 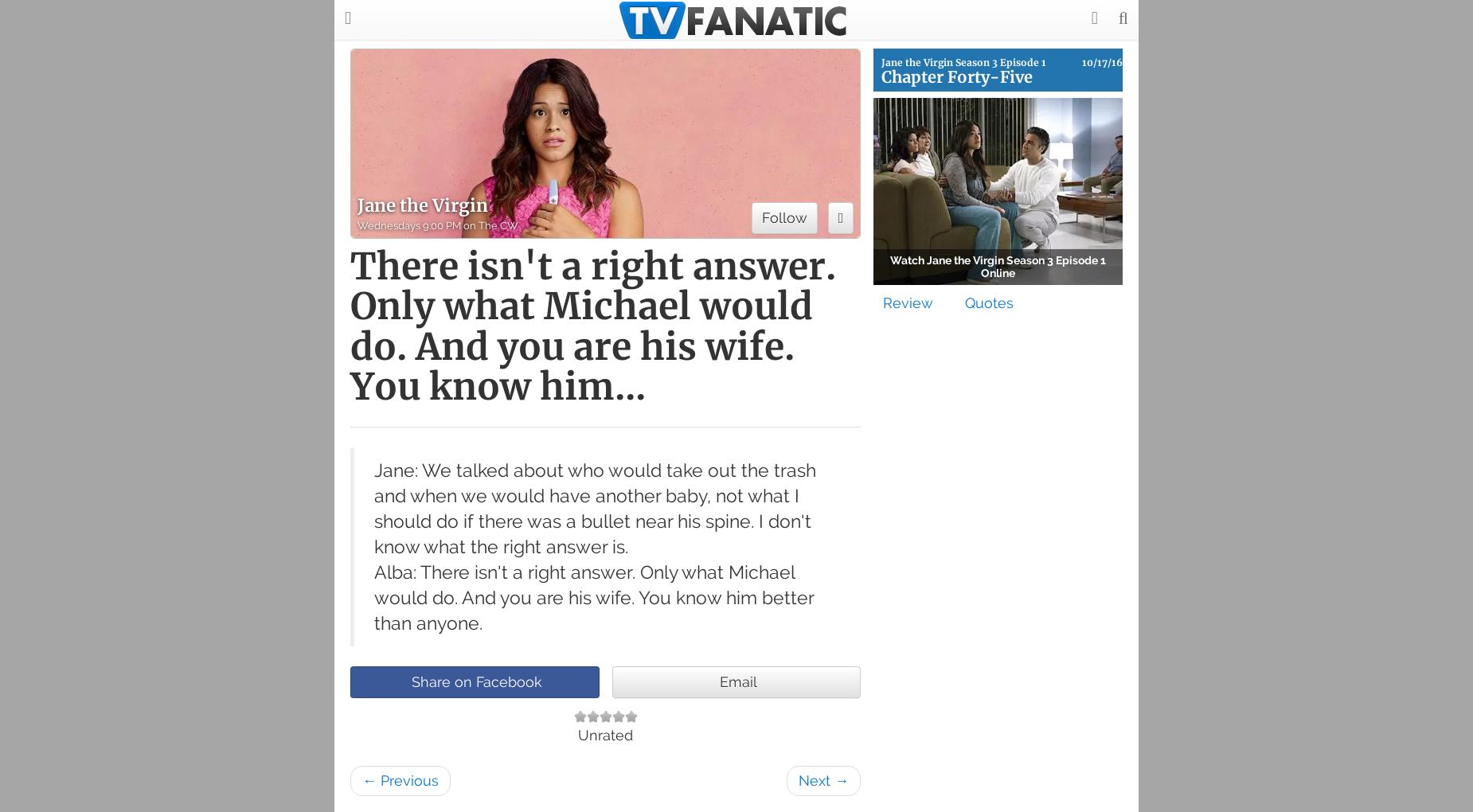 What do you see at coordinates (374, 598) in the screenshot?
I see `'Alba: There isn't a right answer. Only what Michael would do. And you are his wife. You know him better than anyone.'` at bounding box center [374, 598].